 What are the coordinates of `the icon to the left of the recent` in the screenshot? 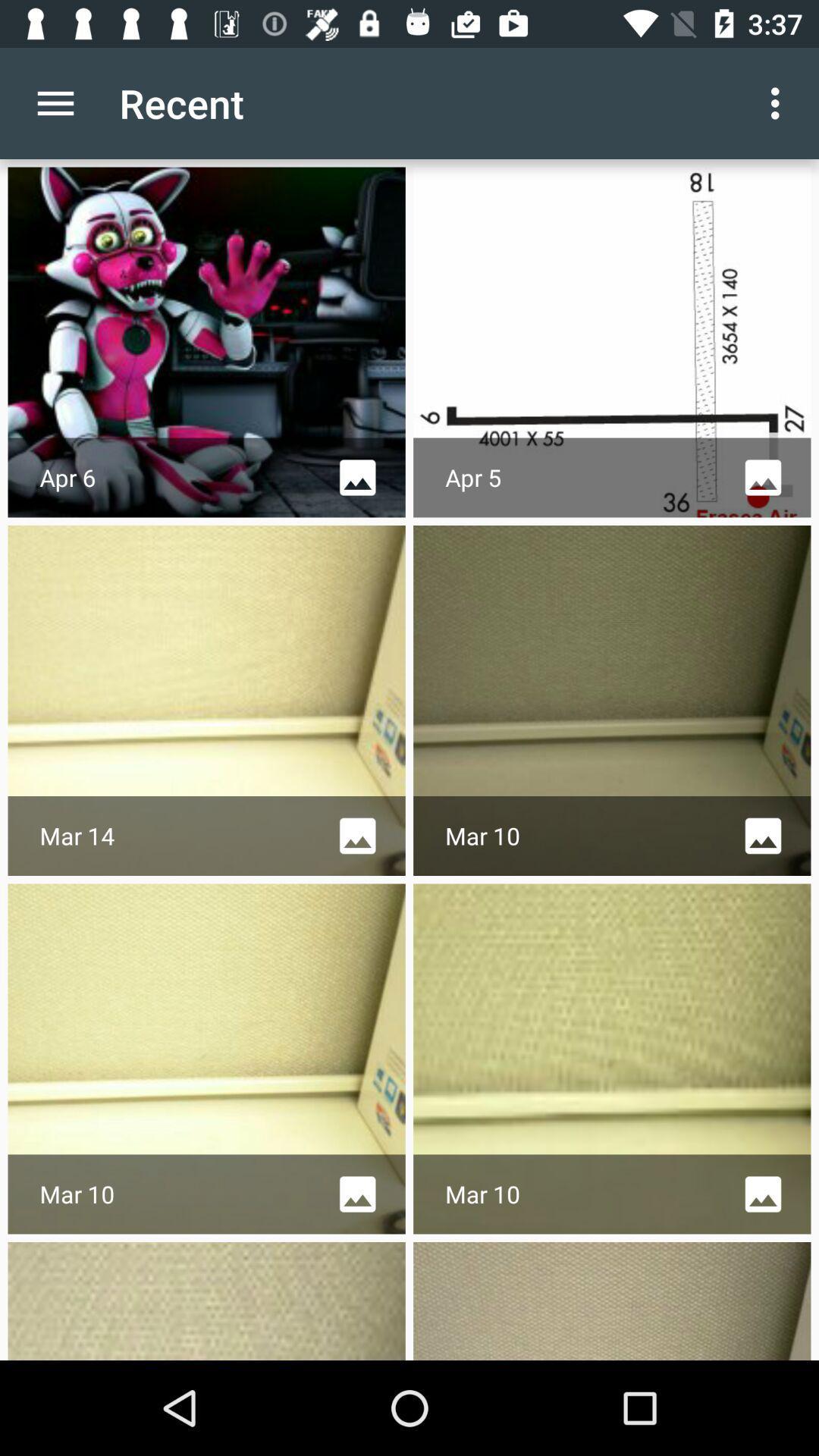 It's located at (55, 102).